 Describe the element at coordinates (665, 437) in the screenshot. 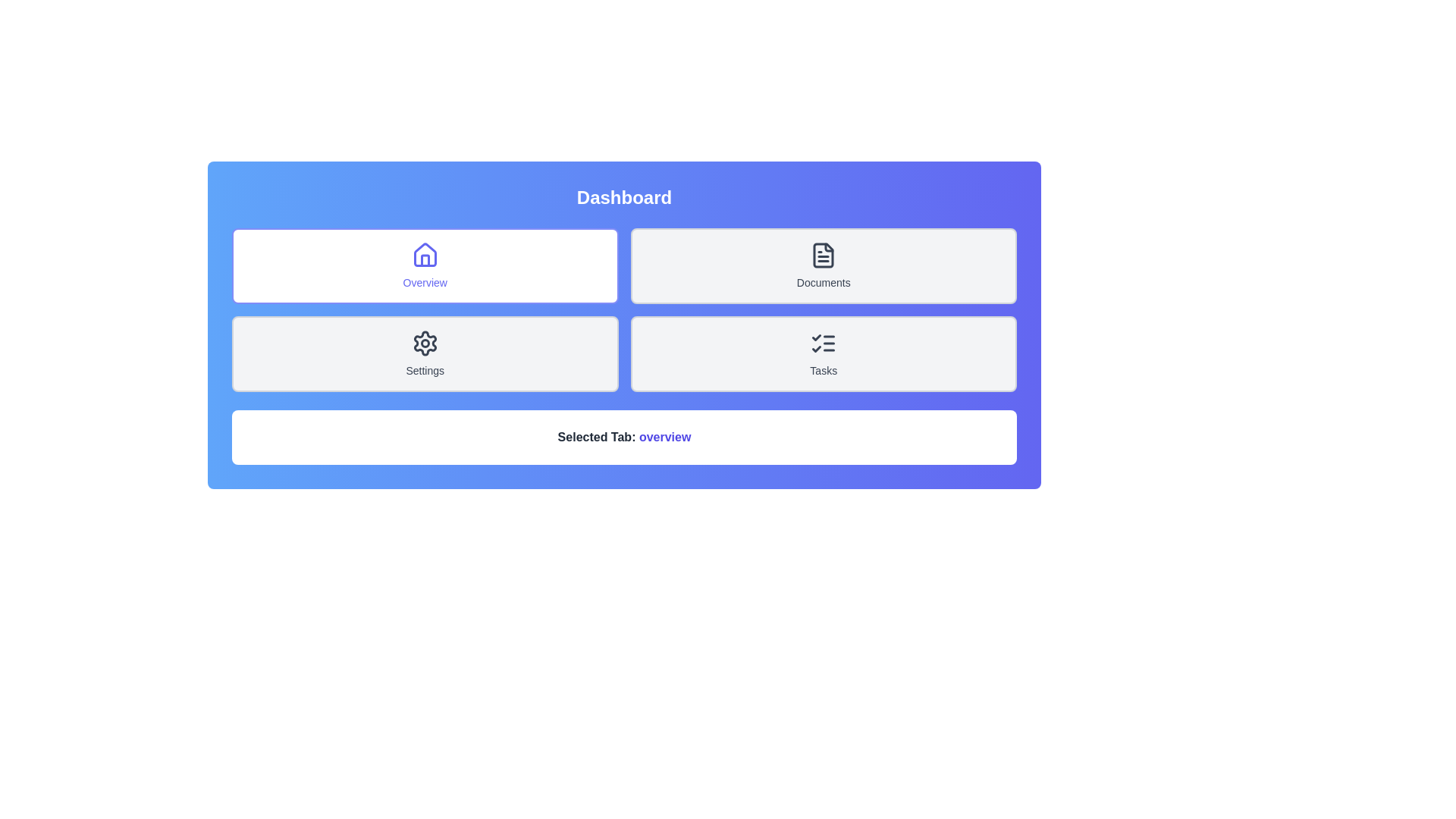

I see `text displayed in the navigation system indicating the currently selected tab, which is shown as 'overview'` at that location.